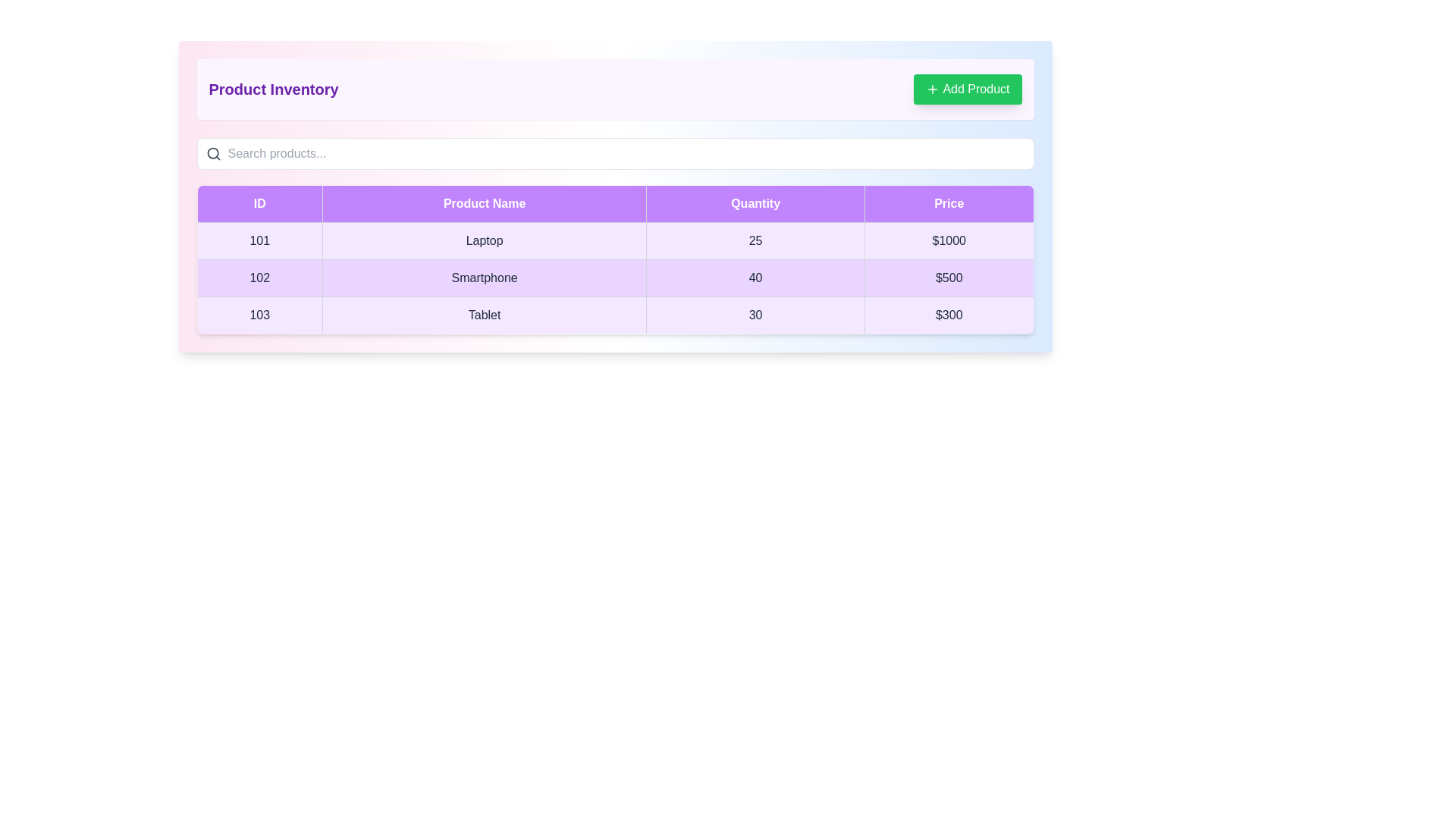 The image size is (1456, 819). I want to click on the Text label indicating the quantity of the 'Tablet' product in the third column of the third row in the table, so click(755, 315).